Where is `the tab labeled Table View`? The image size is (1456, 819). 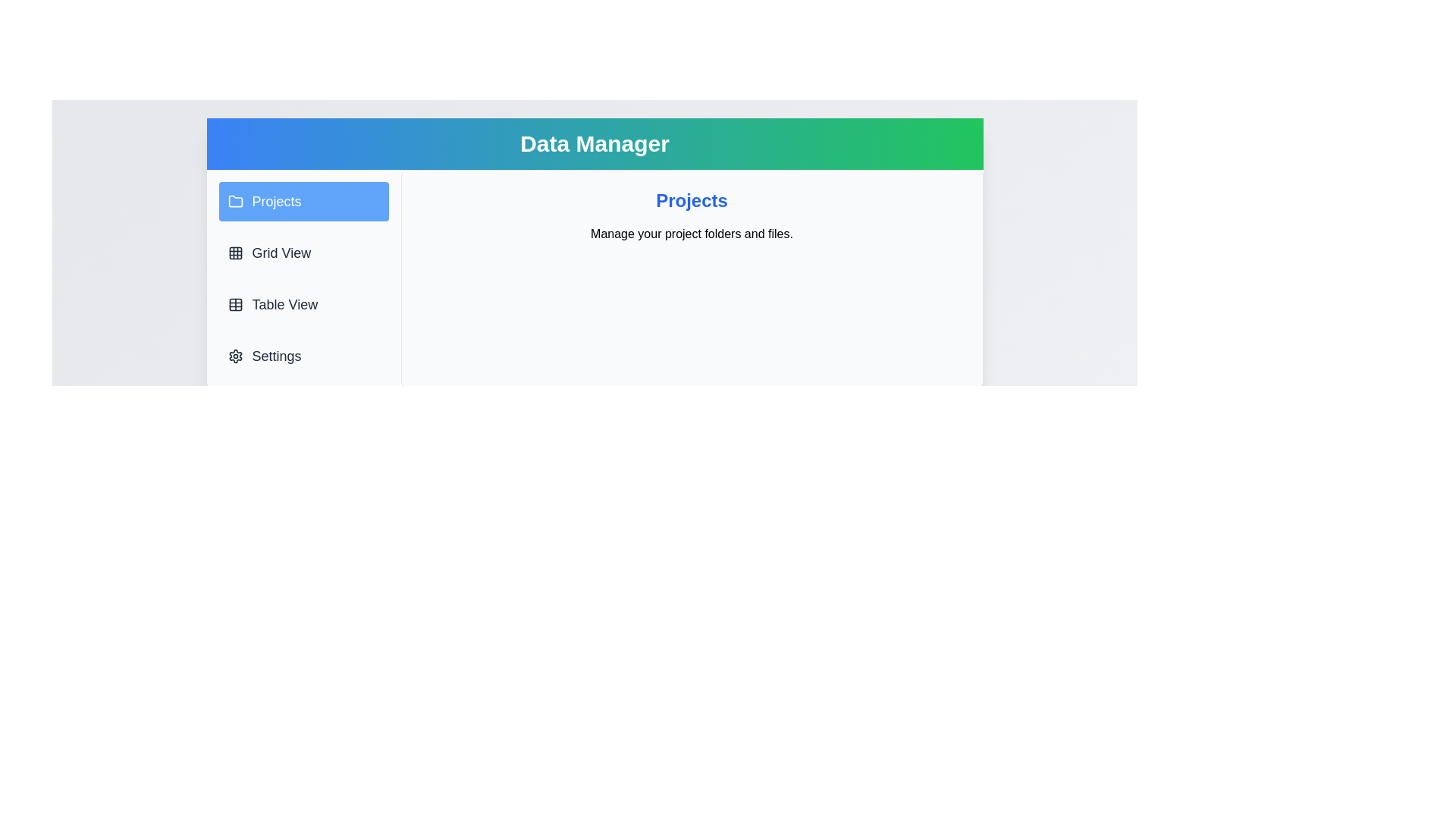
the tab labeled Table View is located at coordinates (303, 304).